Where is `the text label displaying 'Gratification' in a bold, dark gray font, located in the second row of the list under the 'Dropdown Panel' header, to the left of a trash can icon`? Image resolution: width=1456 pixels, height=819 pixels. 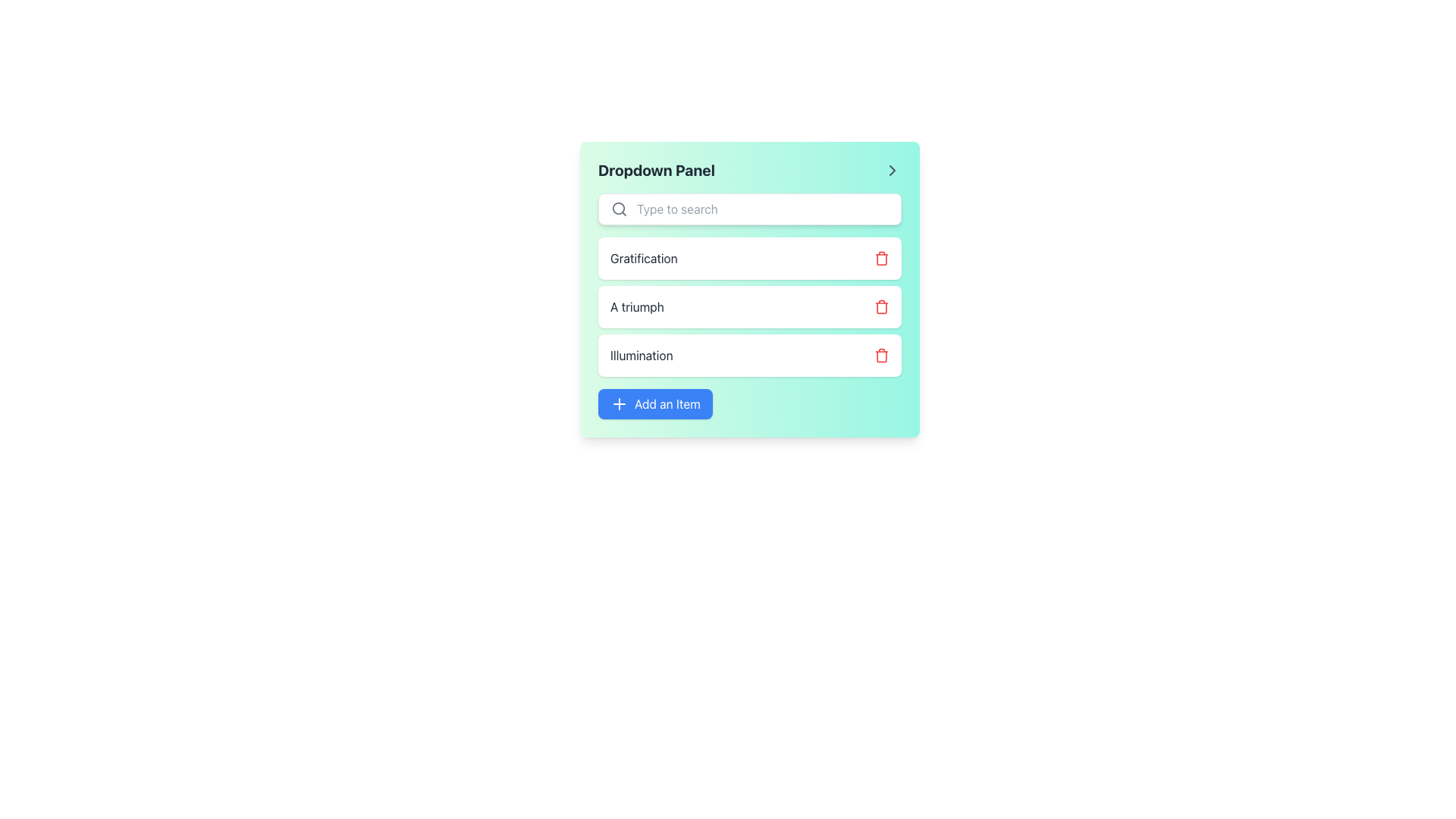 the text label displaying 'Gratification' in a bold, dark gray font, located in the second row of the list under the 'Dropdown Panel' header, to the left of a trash can icon is located at coordinates (644, 257).